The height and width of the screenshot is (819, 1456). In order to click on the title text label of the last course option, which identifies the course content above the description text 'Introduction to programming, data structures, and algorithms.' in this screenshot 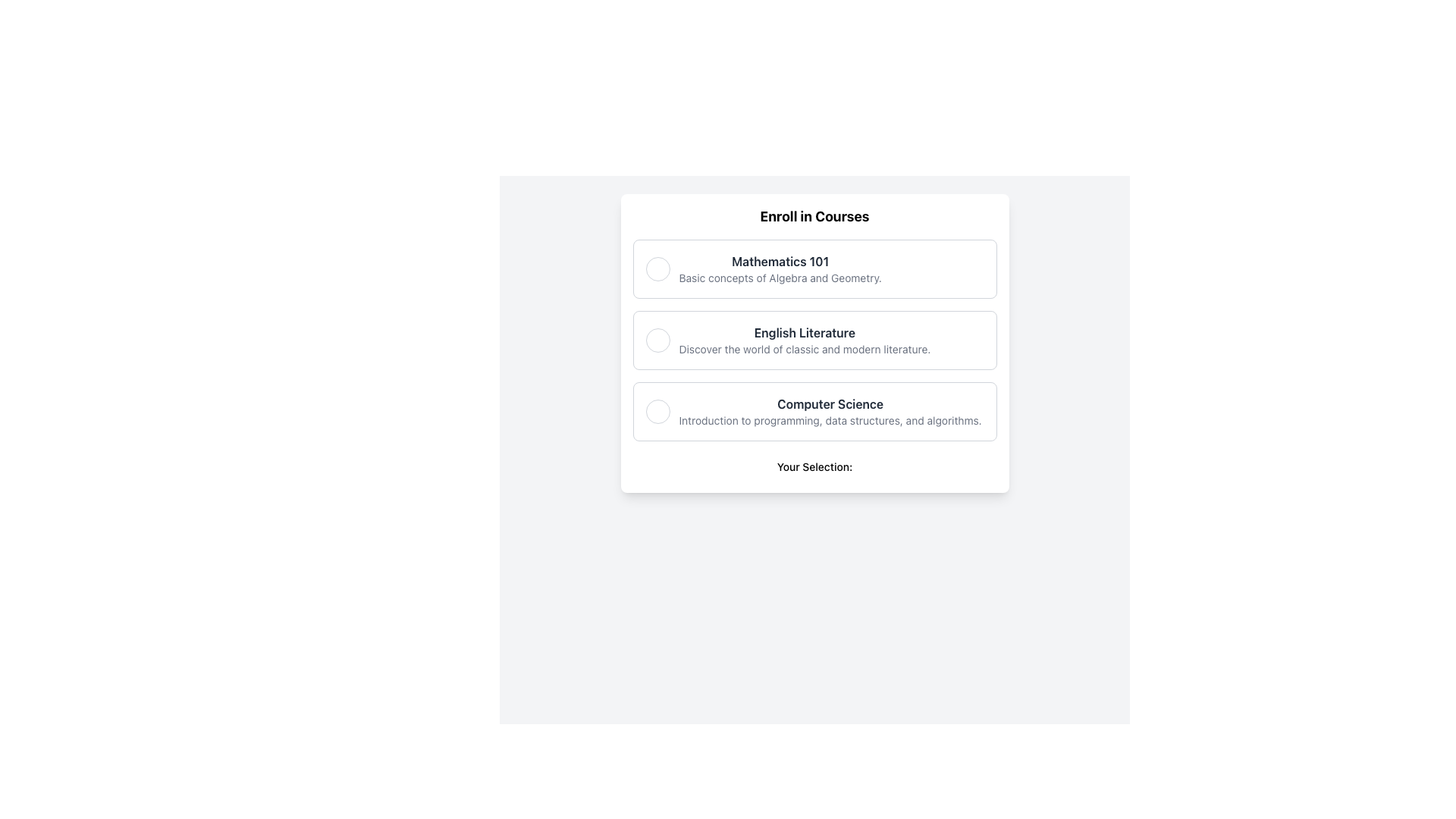, I will do `click(830, 403)`.